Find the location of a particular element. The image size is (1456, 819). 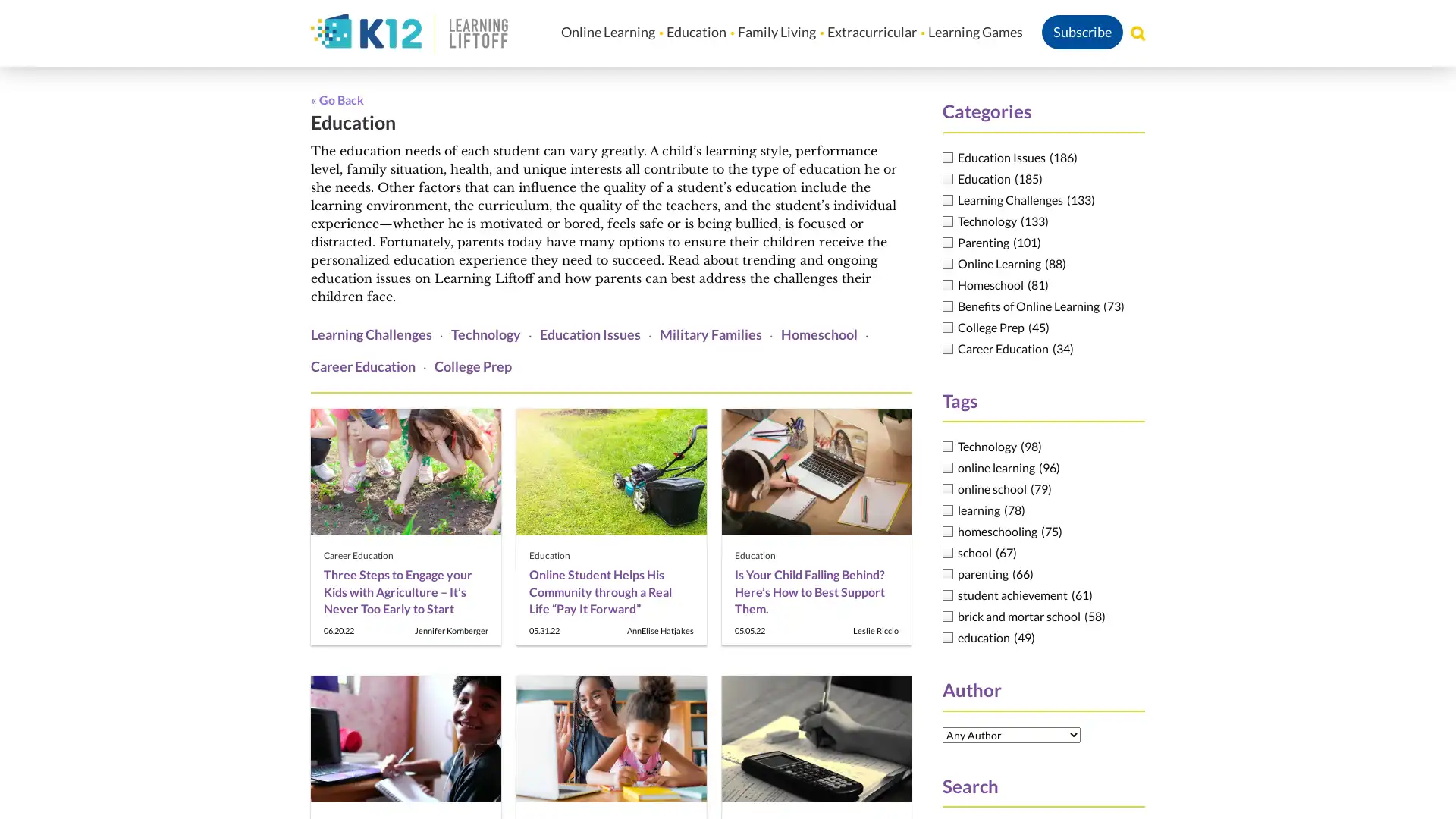

Go Back is located at coordinates (337, 99).